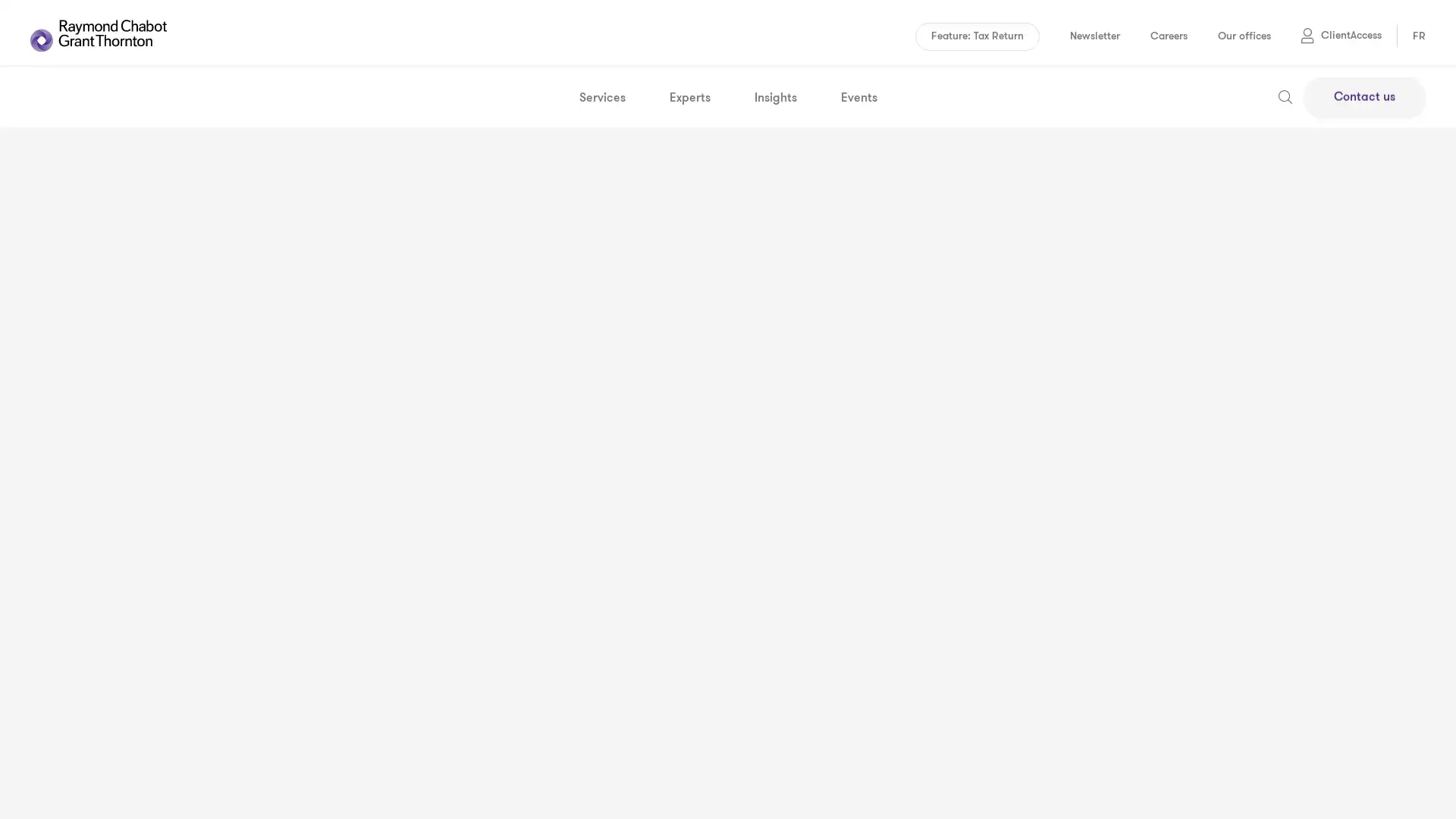  What do you see at coordinates (1284, 93) in the screenshot?
I see `Search in the website - Desktop` at bounding box center [1284, 93].